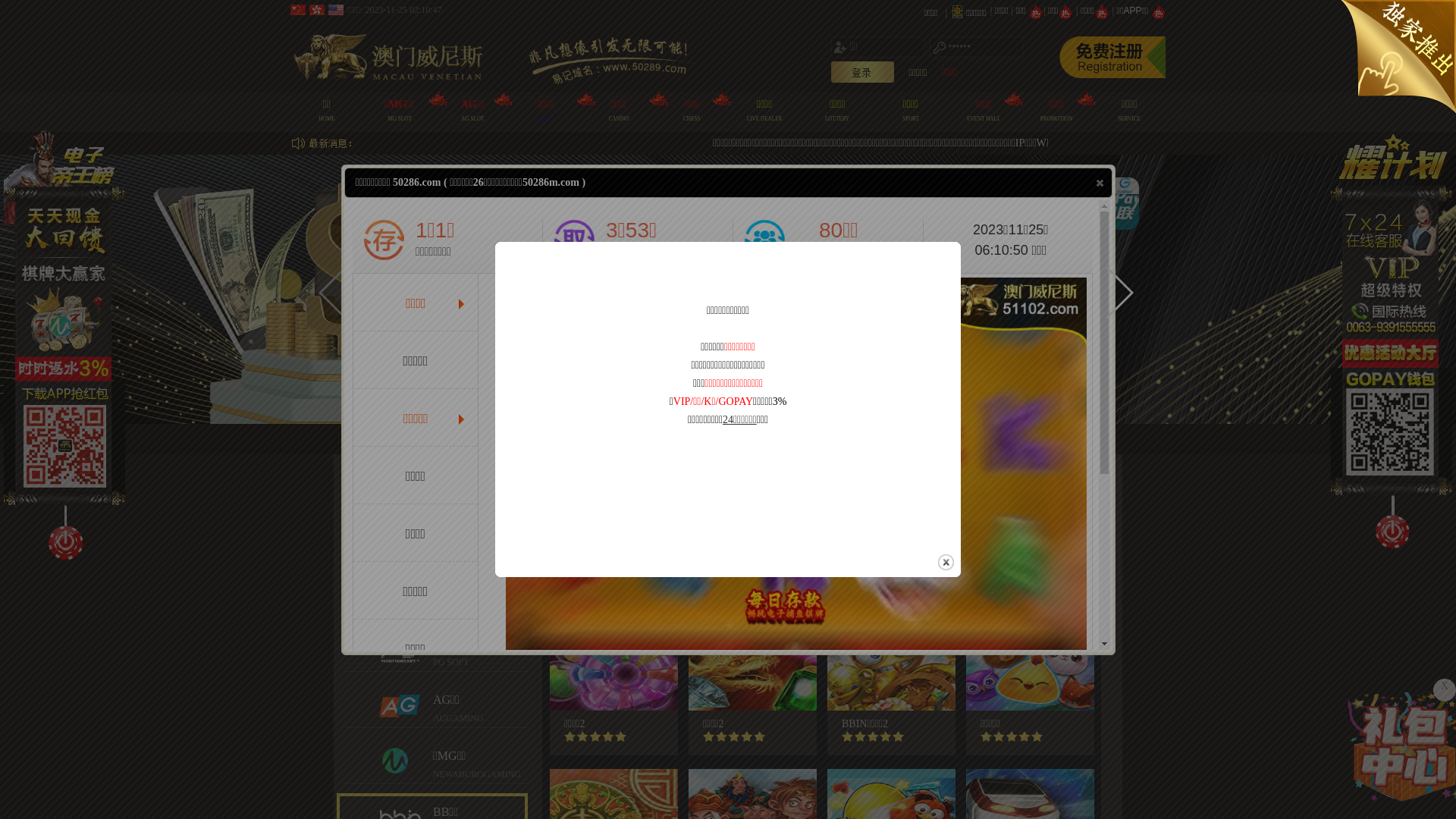 Image resolution: width=1456 pixels, height=819 pixels. I want to click on 'close', so click(1100, 181).